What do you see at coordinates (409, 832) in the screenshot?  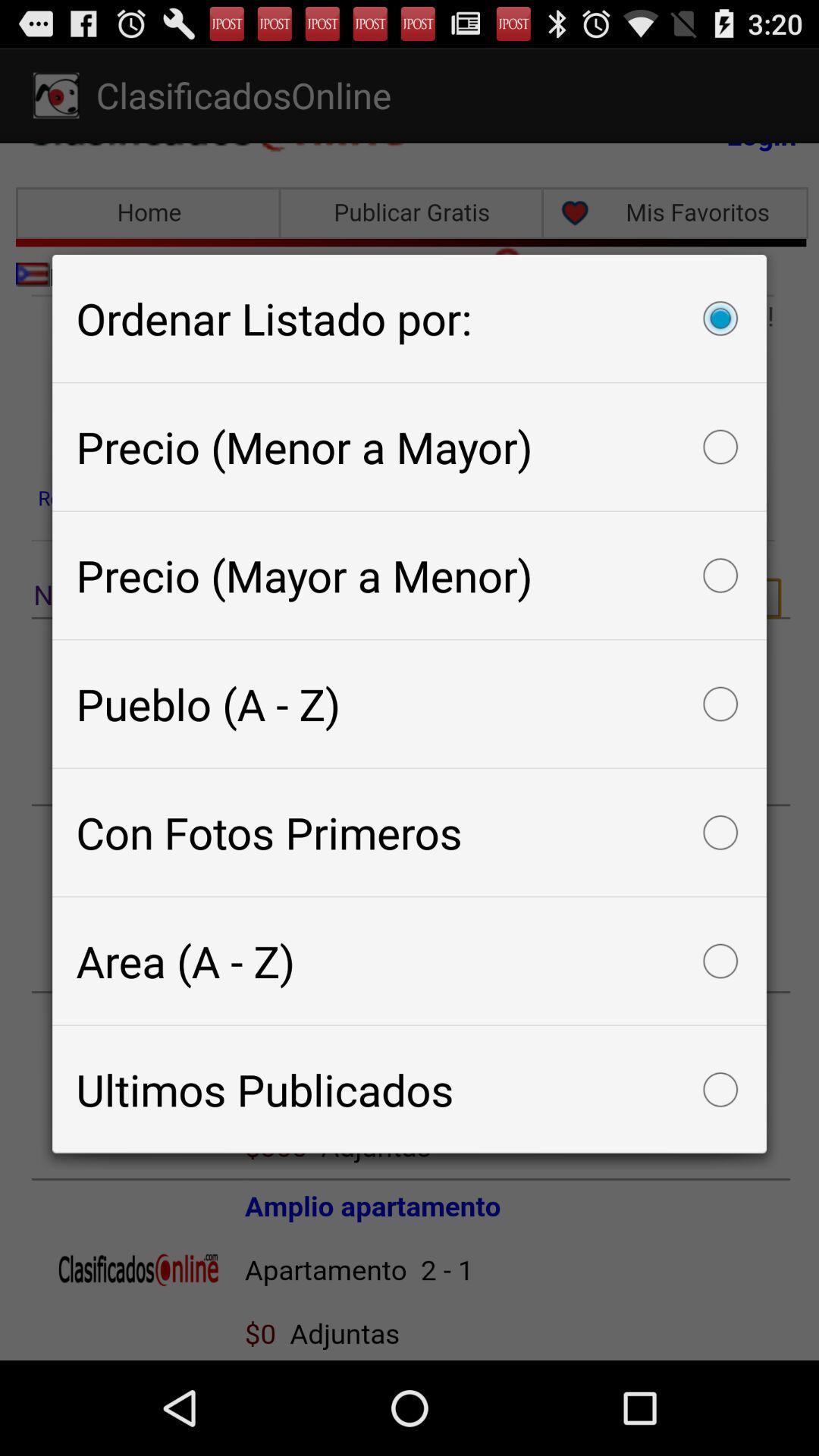 I see `the icon below the pueblo (a - z) checkbox` at bounding box center [409, 832].